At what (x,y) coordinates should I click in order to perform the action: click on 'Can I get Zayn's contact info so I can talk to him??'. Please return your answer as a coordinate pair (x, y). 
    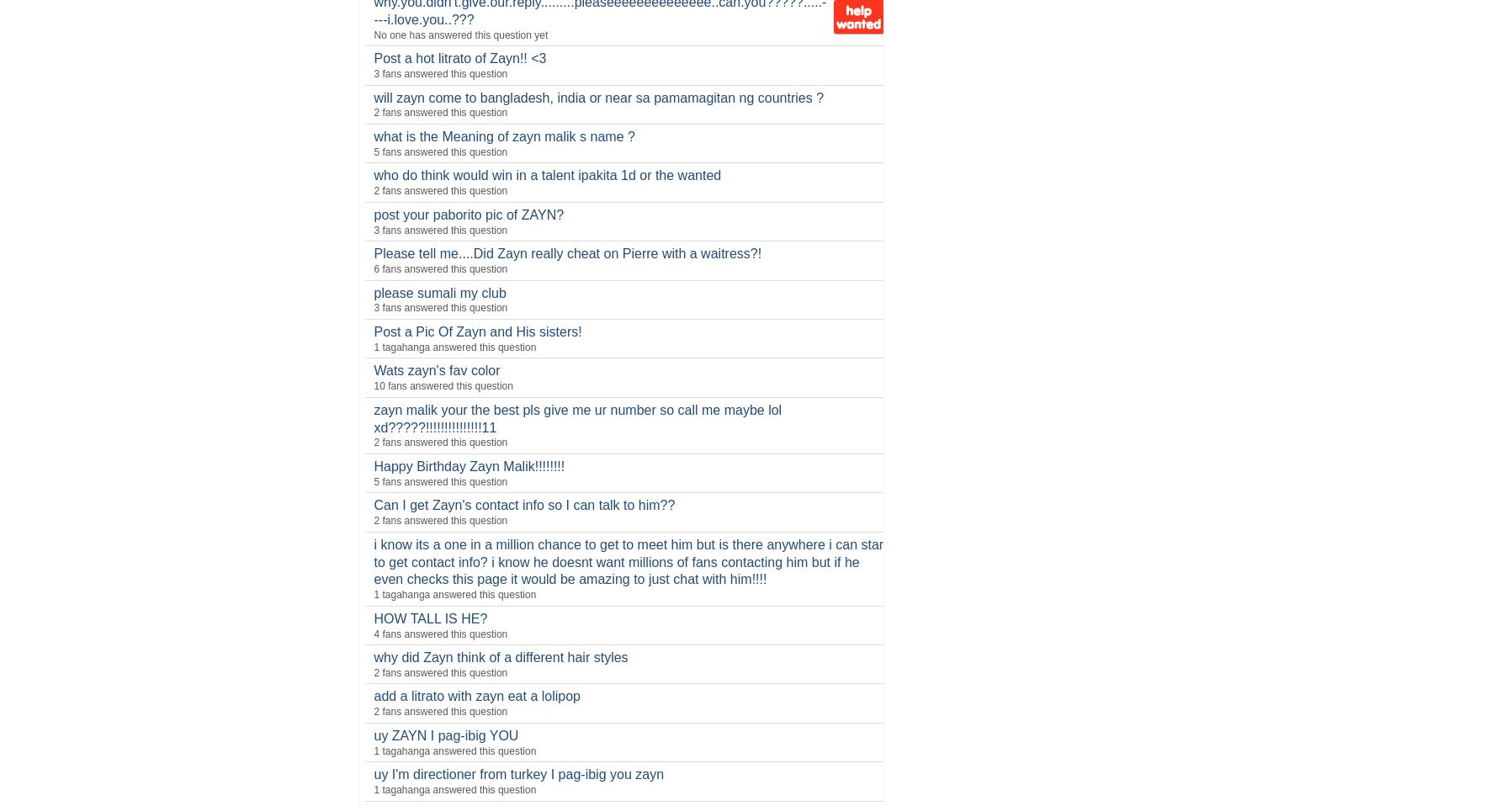
    Looking at the image, I should click on (524, 505).